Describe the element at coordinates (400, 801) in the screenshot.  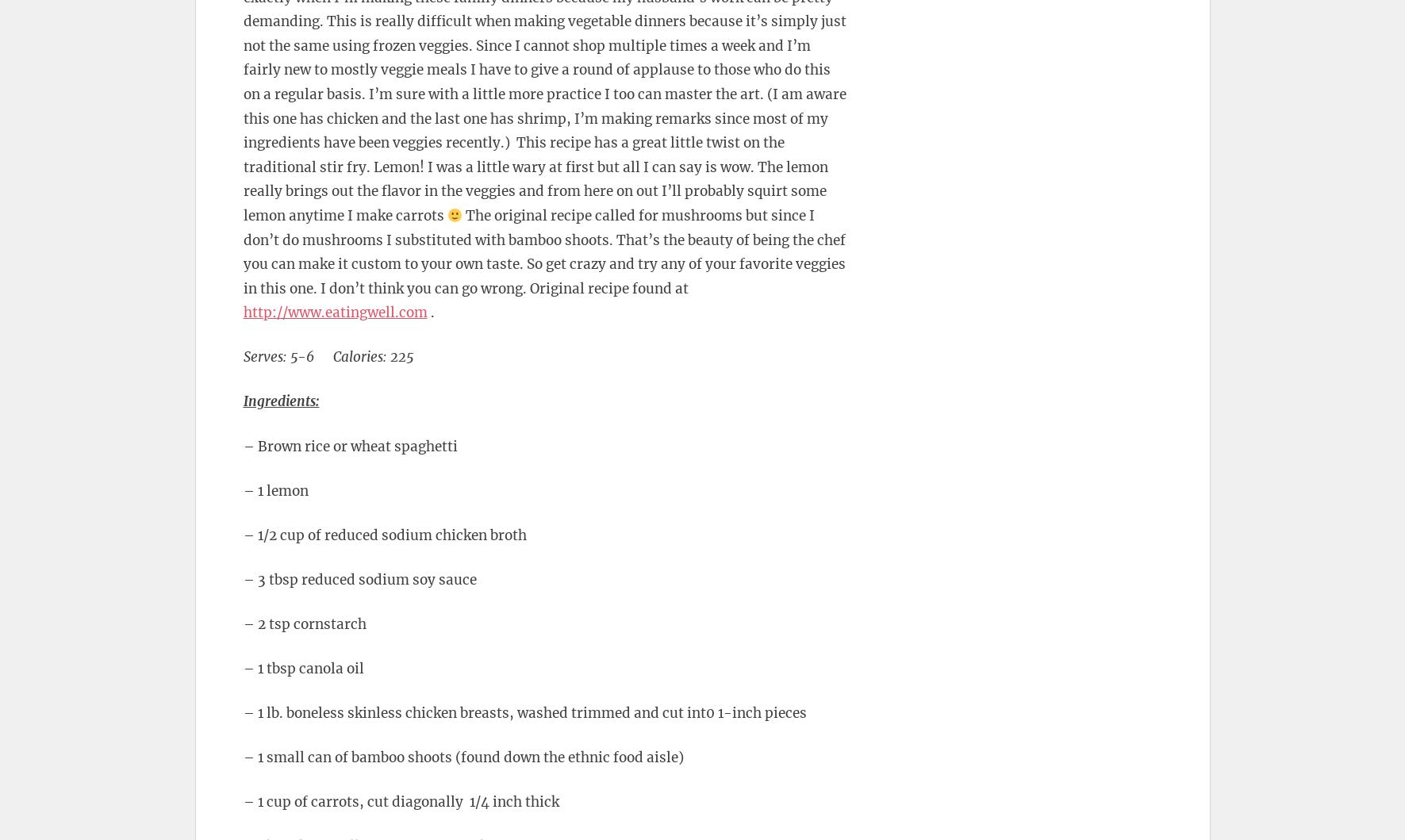
I see `'– 1 cup of carrots, cut diagonally  1/4 inch thick'` at that location.